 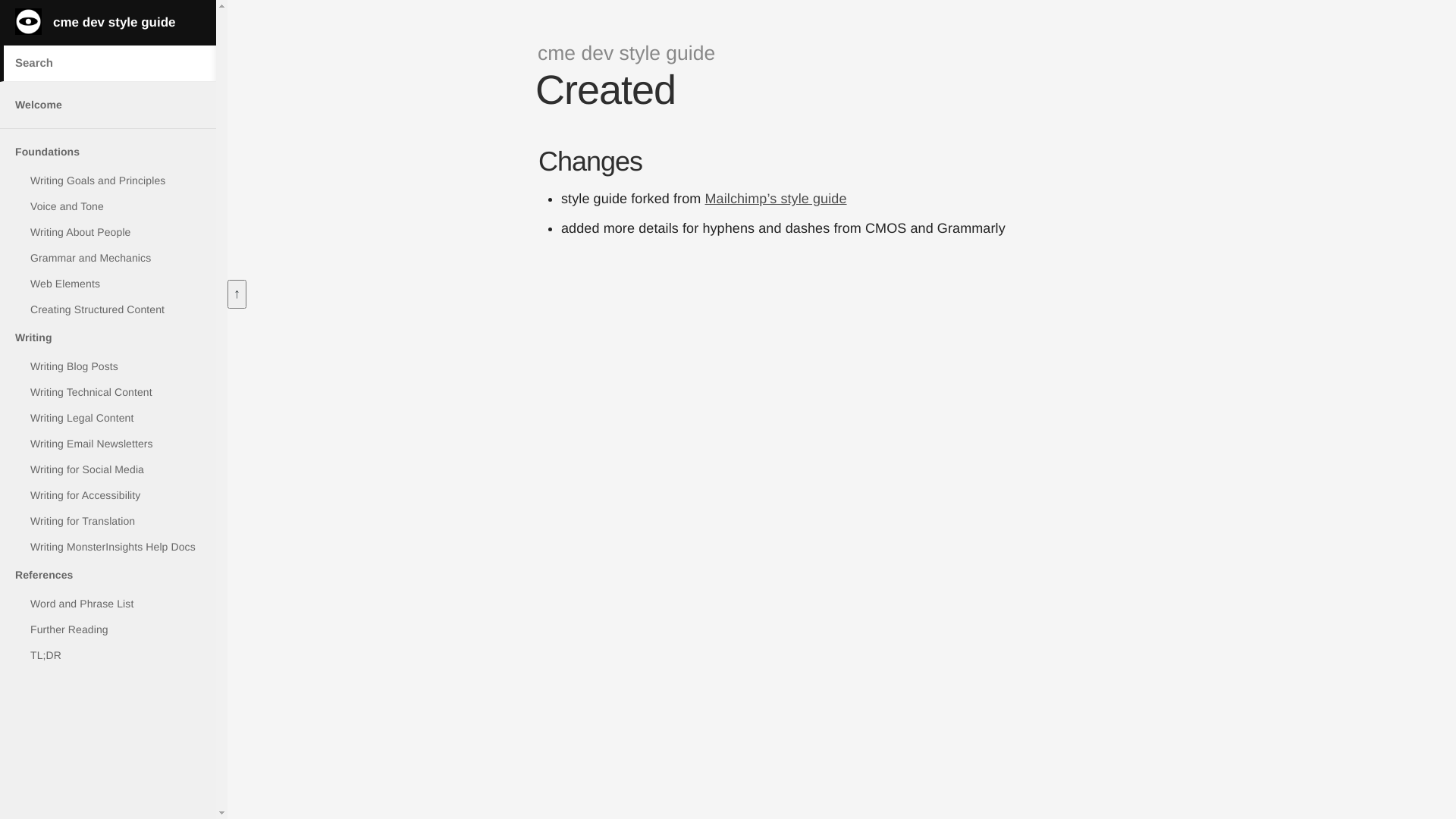 What do you see at coordinates (107, 231) in the screenshot?
I see `'Writing About People'` at bounding box center [107, 231].